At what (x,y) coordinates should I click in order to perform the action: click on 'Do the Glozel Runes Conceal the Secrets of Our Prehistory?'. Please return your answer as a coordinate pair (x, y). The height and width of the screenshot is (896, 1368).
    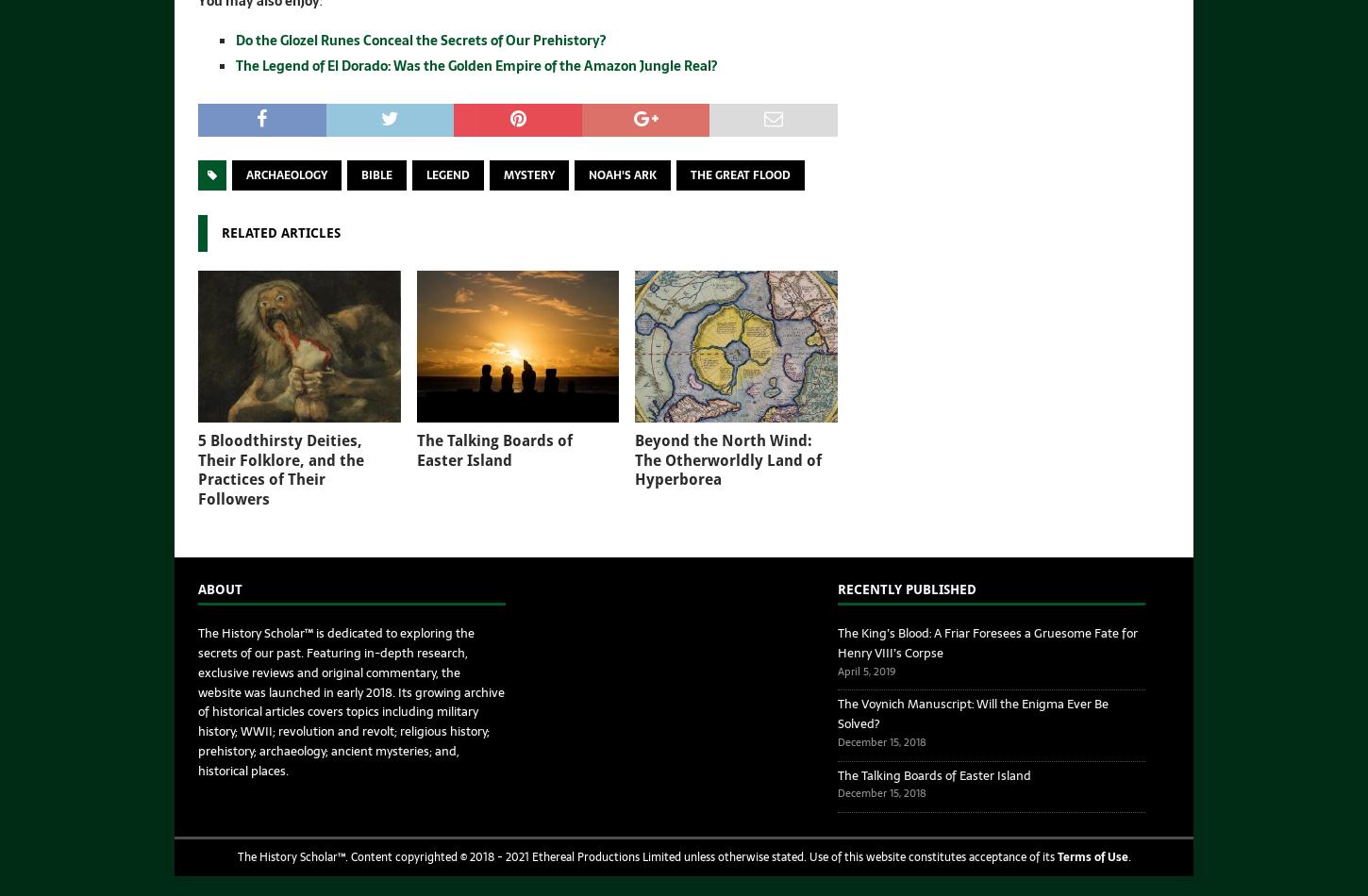
    Looking at the image, I should click on (420, 39).